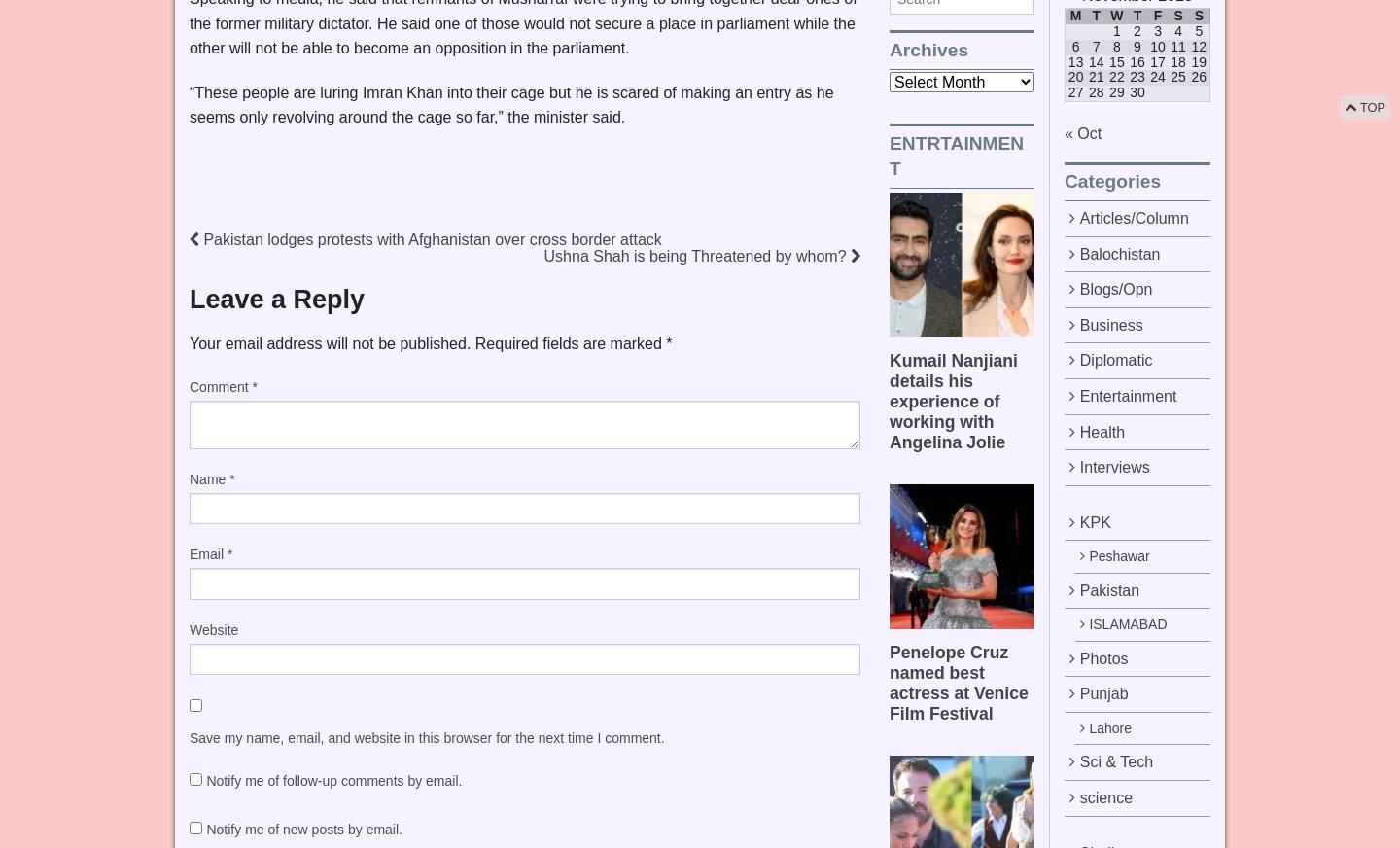  What do you see at coordinates (1118, 556) in the screenshot?
I see `'Peshawar'` at bounding box center [1118, 556].